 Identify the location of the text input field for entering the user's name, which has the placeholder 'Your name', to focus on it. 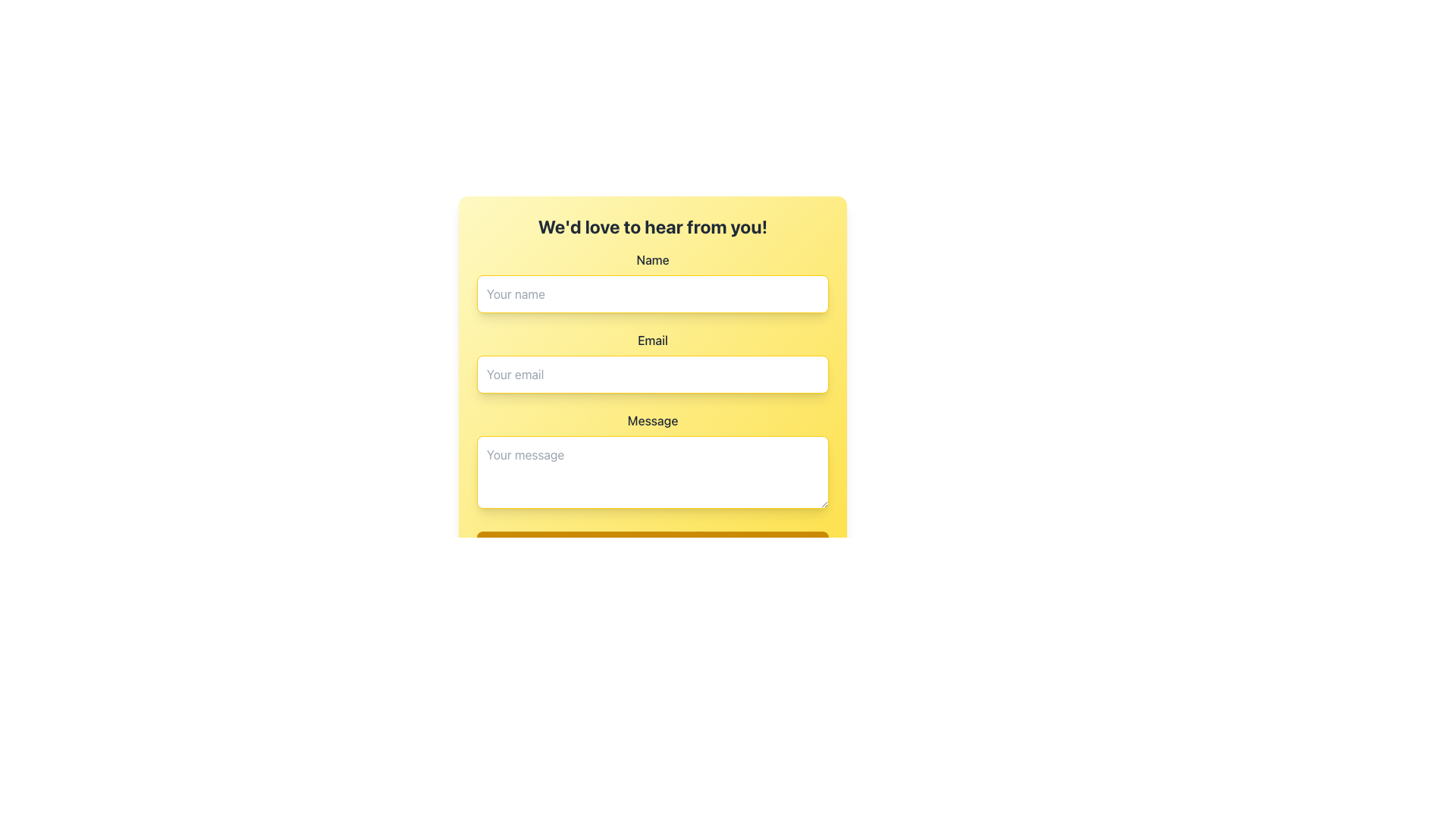
(652, 281).